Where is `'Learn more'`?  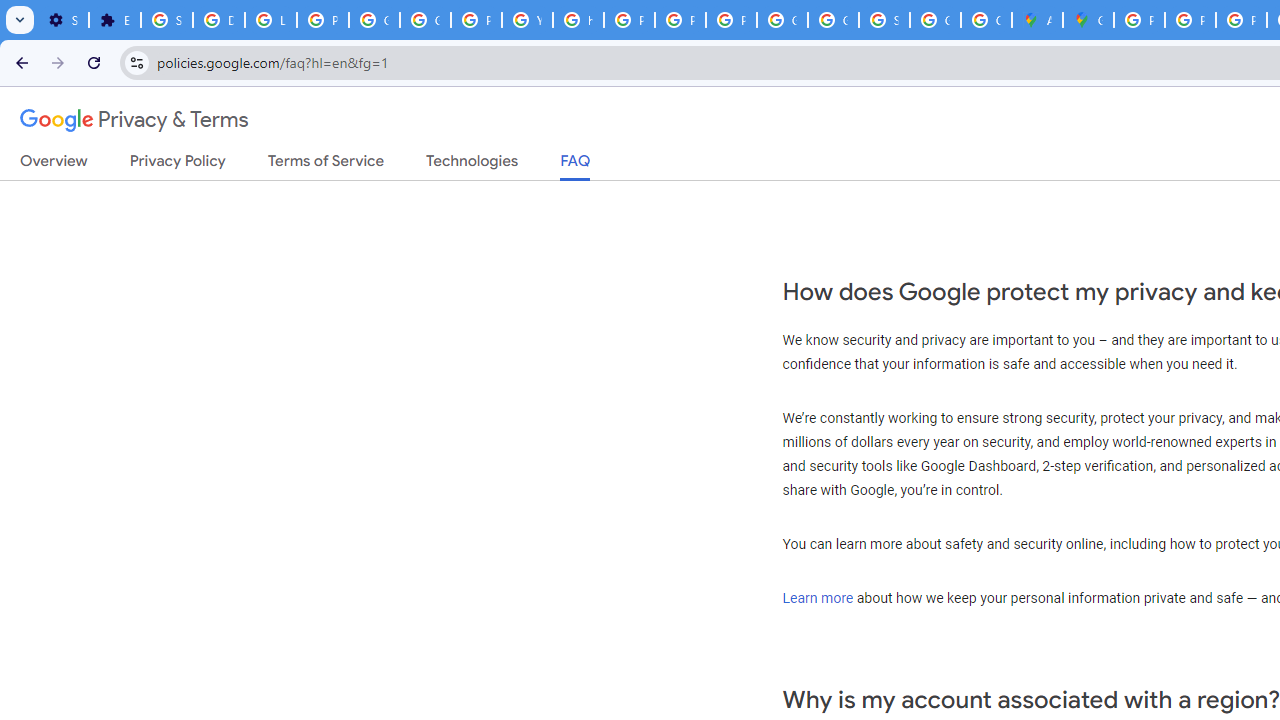 'Learn more' is located at coordinates (817, 596).